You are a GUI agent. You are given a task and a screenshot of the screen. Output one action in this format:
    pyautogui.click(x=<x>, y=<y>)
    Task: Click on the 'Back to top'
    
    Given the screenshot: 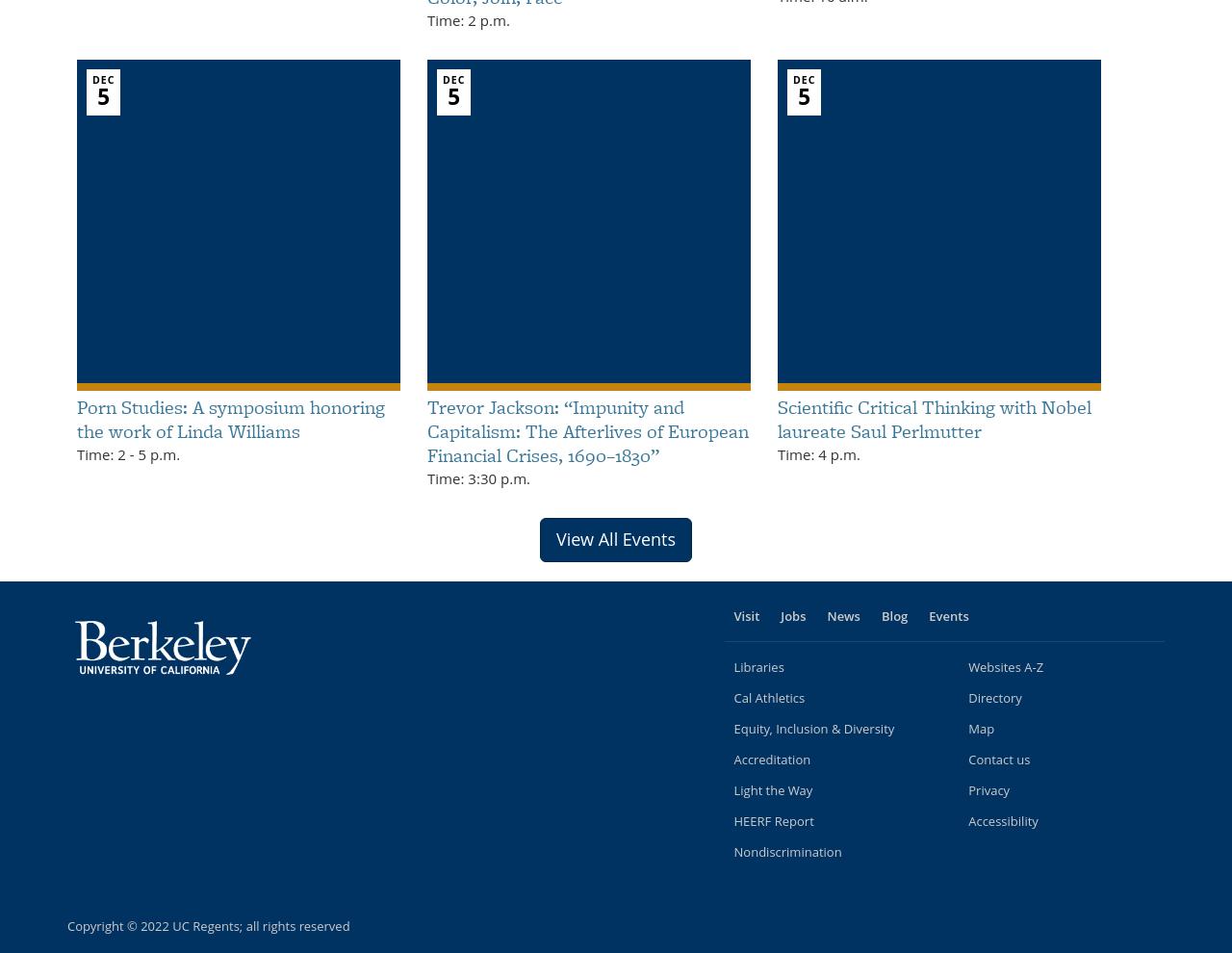 What is the action you would take?
    pyautogui.click(x=1153, y=931)
    